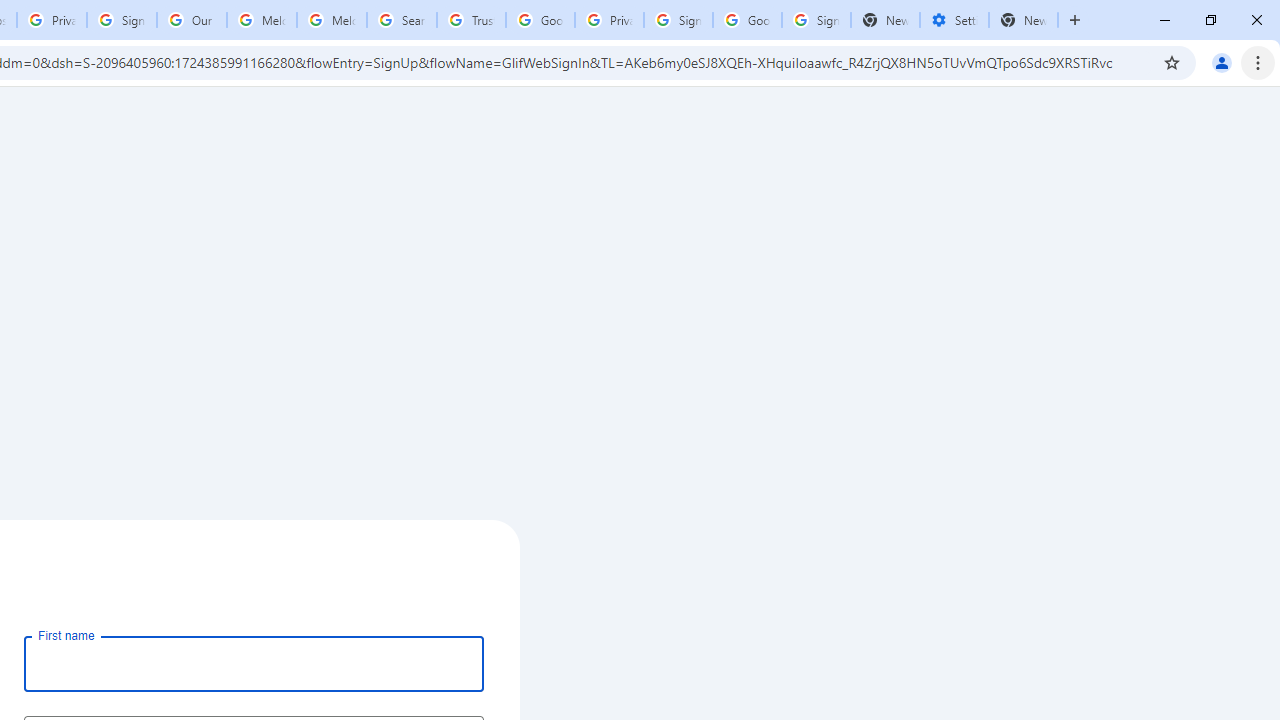 The image size is (1280, 720). What do you see at coordinates (678, 20) in the screenshot?
I see `'Sign in - Google Accounts'` at bounding box center [678, 20].